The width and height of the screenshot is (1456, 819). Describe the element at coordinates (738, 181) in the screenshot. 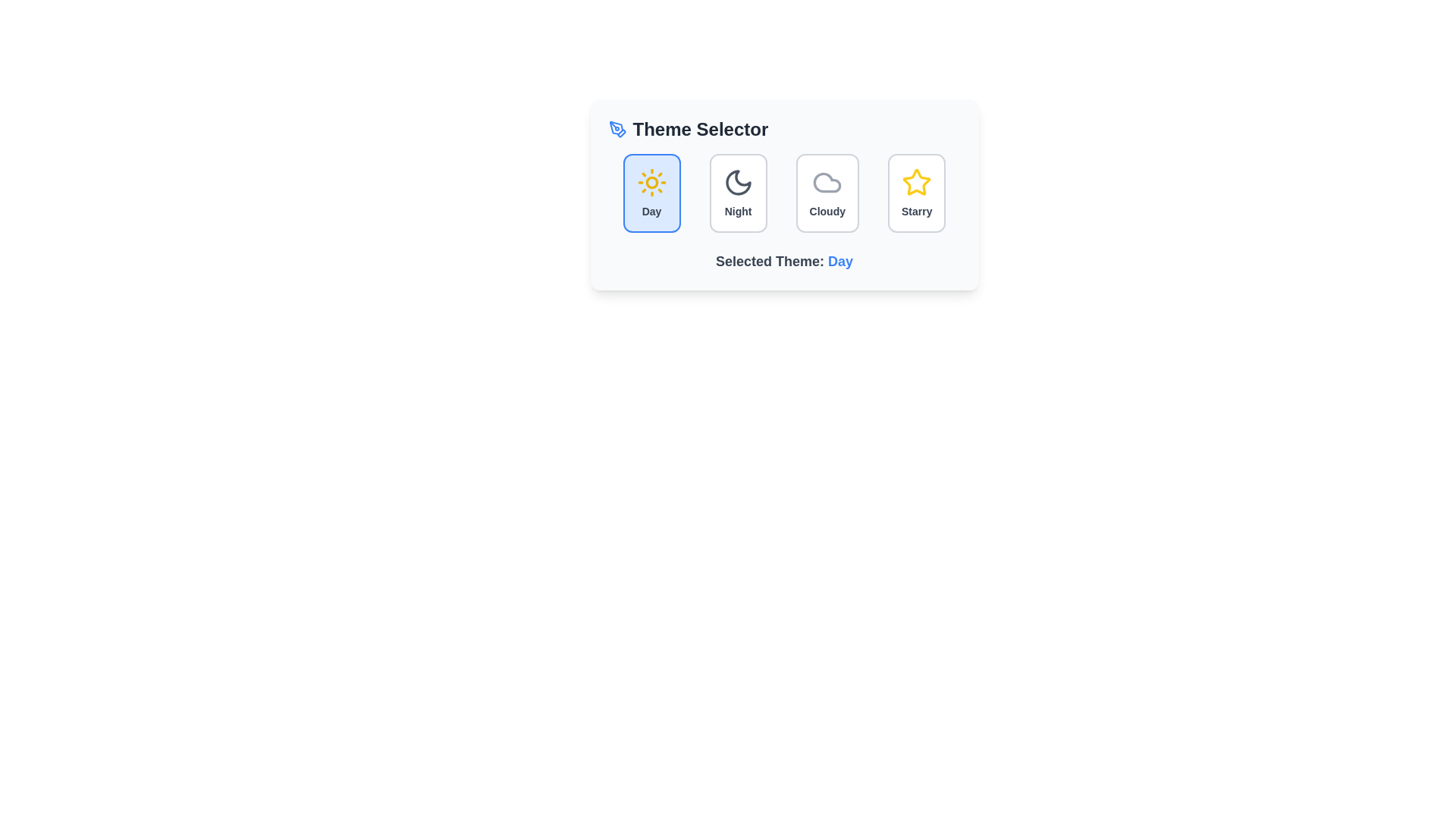

I see `the stylized moon icon located within the 'Night' theme selection button` at that location.